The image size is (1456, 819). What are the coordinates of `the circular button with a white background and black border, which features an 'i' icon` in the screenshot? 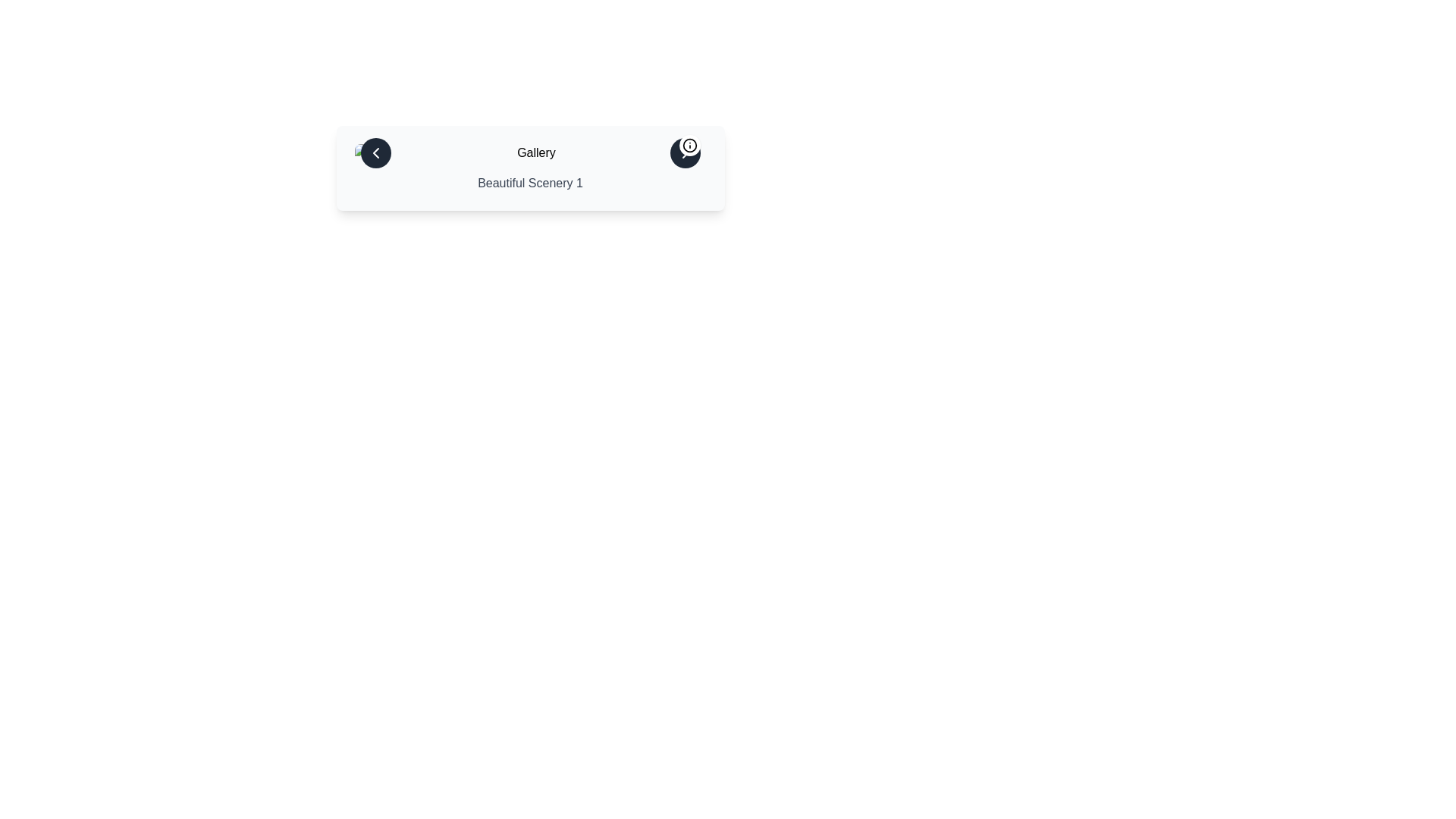 It's located at (689, 146).